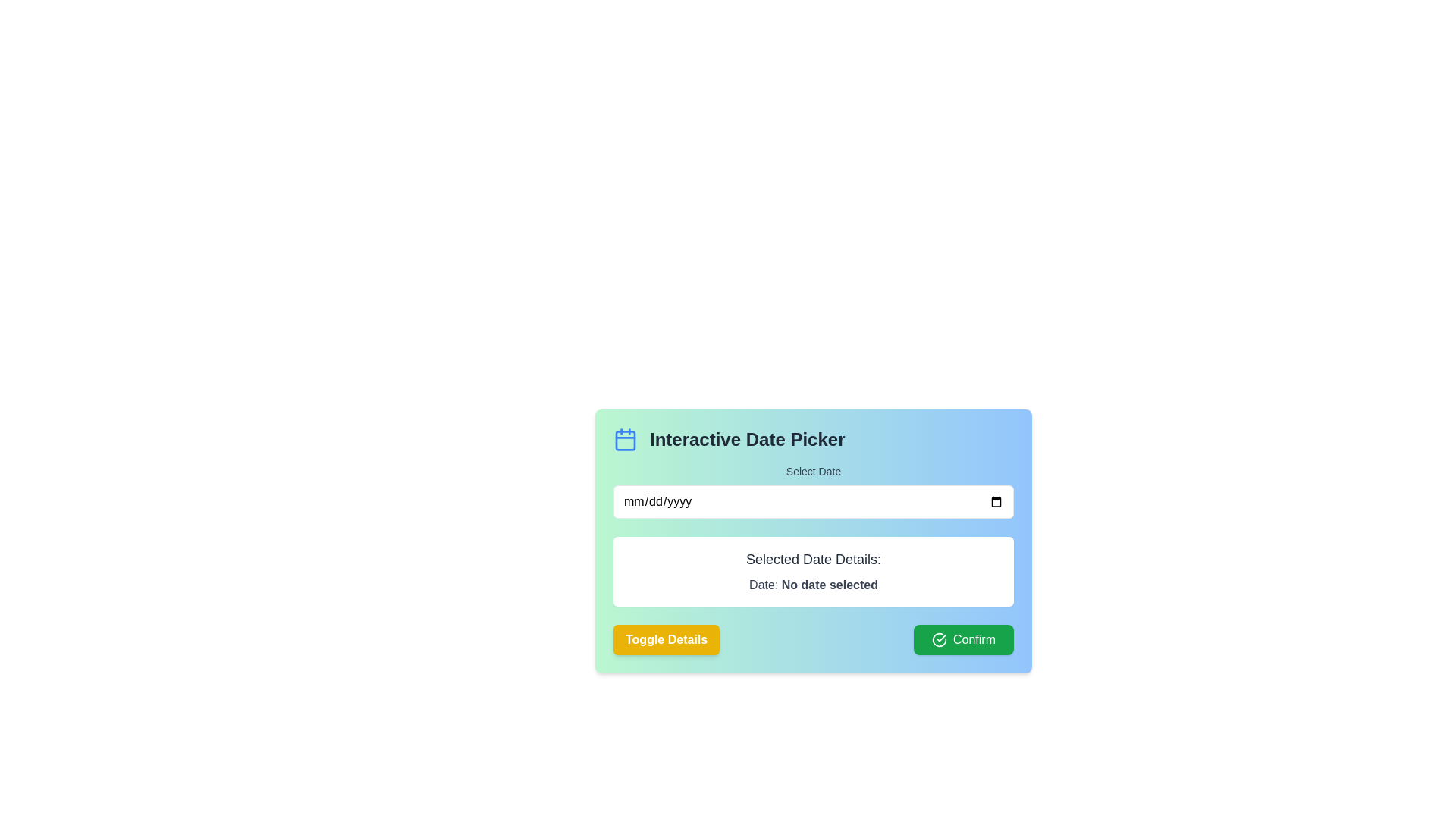  I want to click on the Text display panel that shows 'Selected Date Details:' and 'Date: No date selected', which is located below the 'Select Date' input field and above the 'Toggle Details' and 'Confirm' buttons, so click(813, 571).